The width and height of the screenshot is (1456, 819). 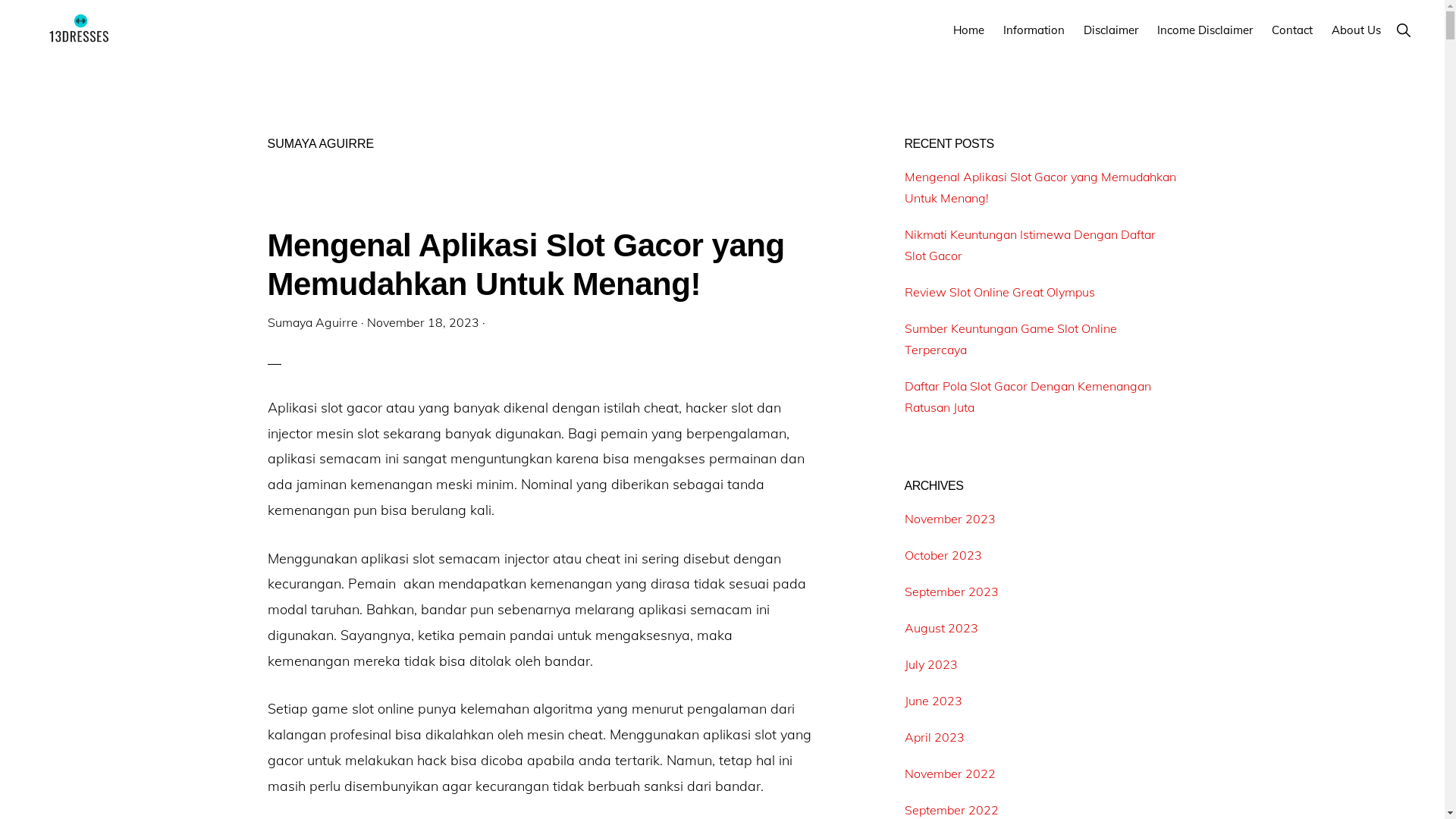 I want to click on 'October 2023', so click(x=903, y=555).